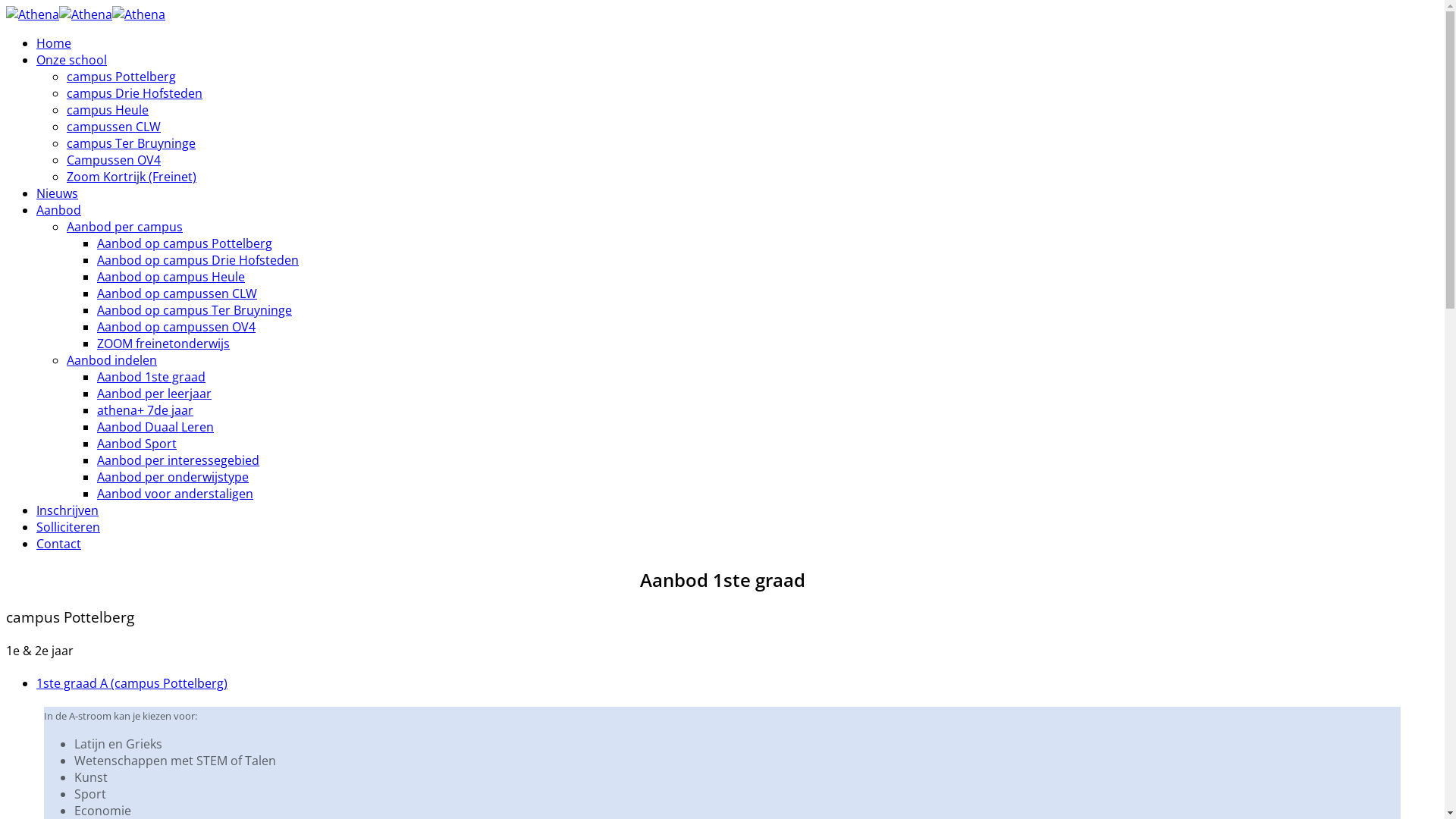 The image size is (1456, 819). What do you see at coordinates (155, 427) in the screenshot?
I see `'Aanbod Duaal Leren'` at bounding box center [155, 427].